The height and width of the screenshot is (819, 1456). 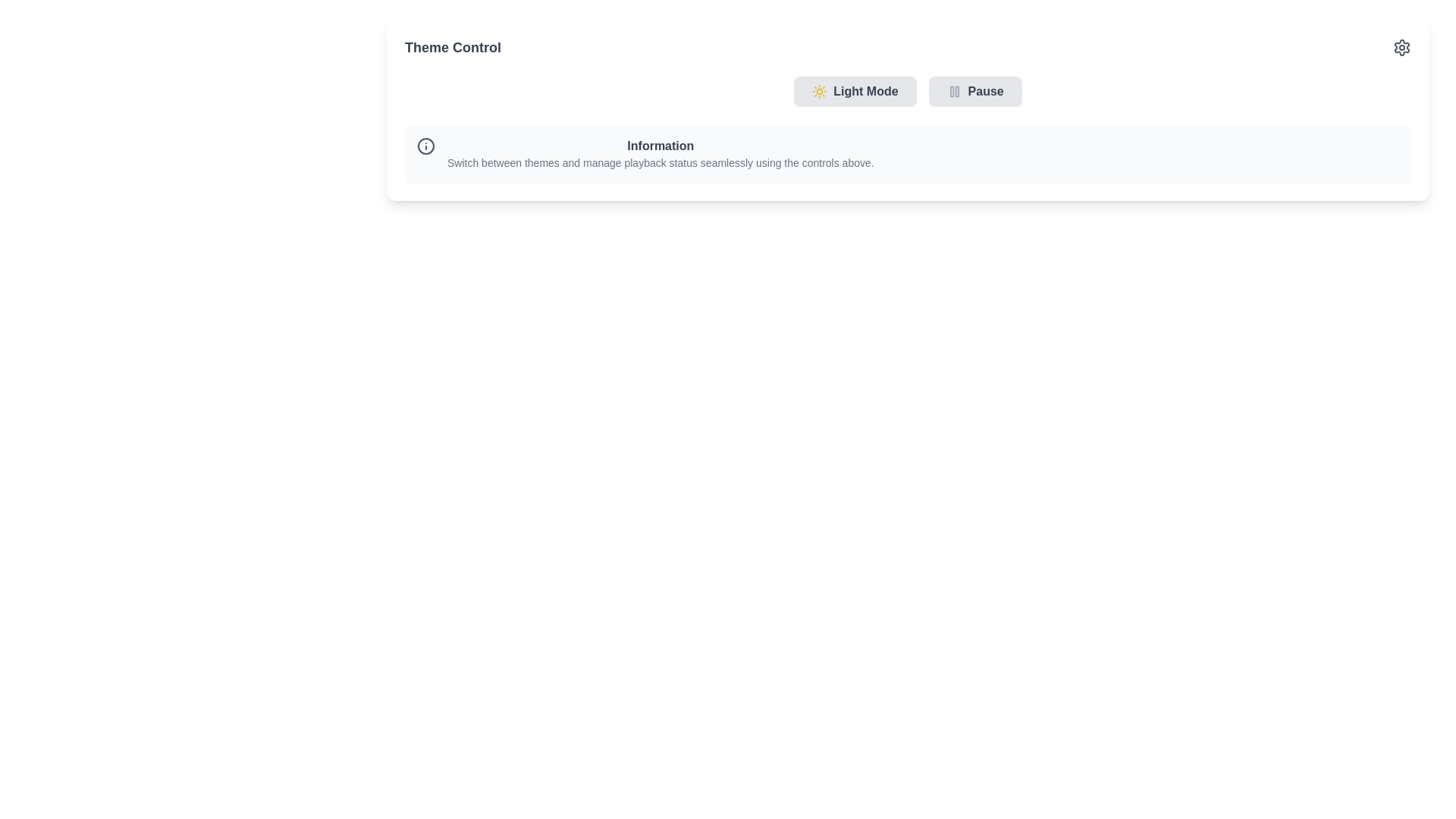 What do you see at coordinates (955, 91) in the screenshot?
I see `the right-hand side graphical component of the pause icon, which is located to the right of the 'Light Mode' button` at bounding box center [955, 91].